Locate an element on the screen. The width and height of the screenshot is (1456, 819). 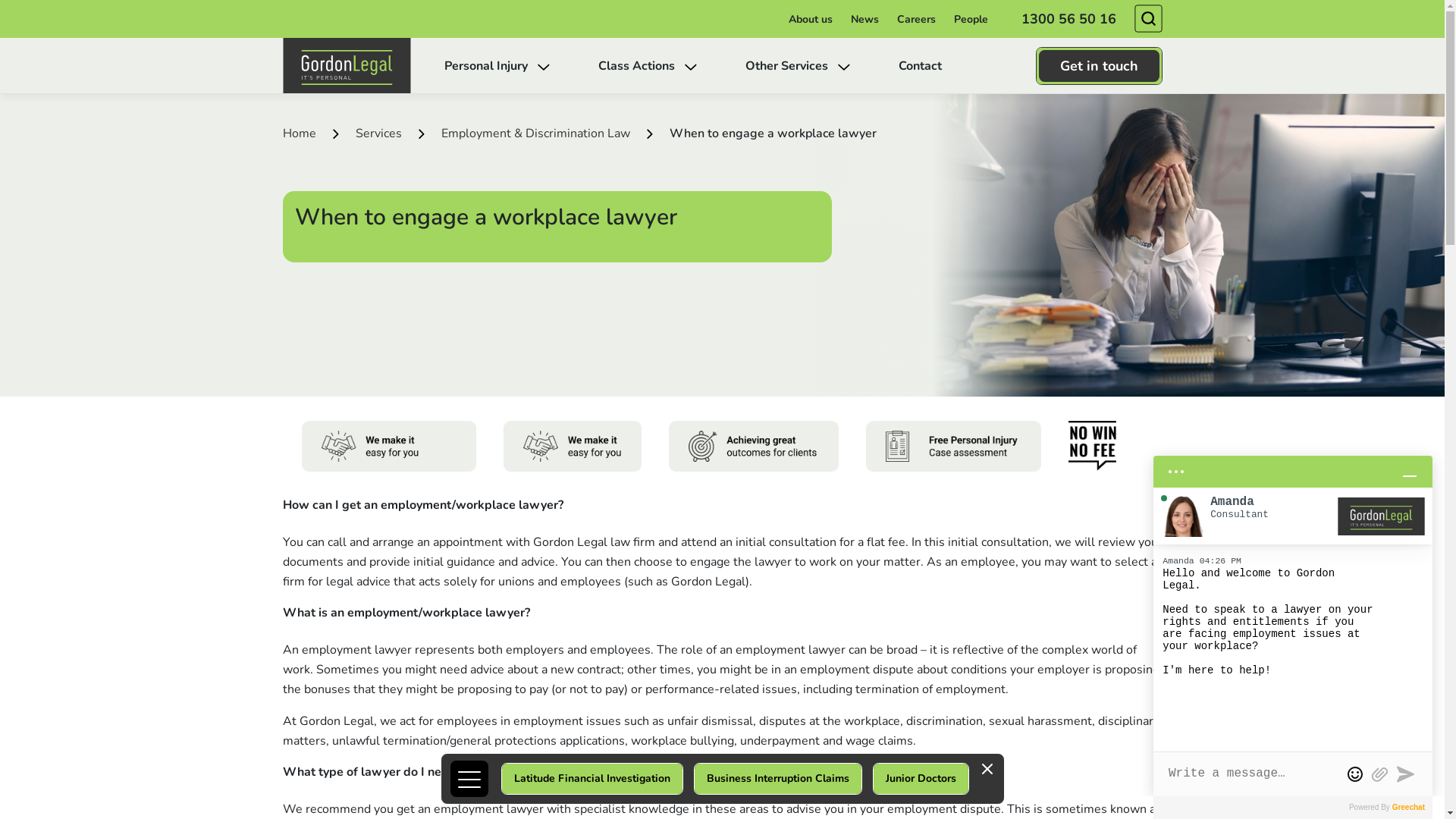
'News' is located at coordinates (851, 19).